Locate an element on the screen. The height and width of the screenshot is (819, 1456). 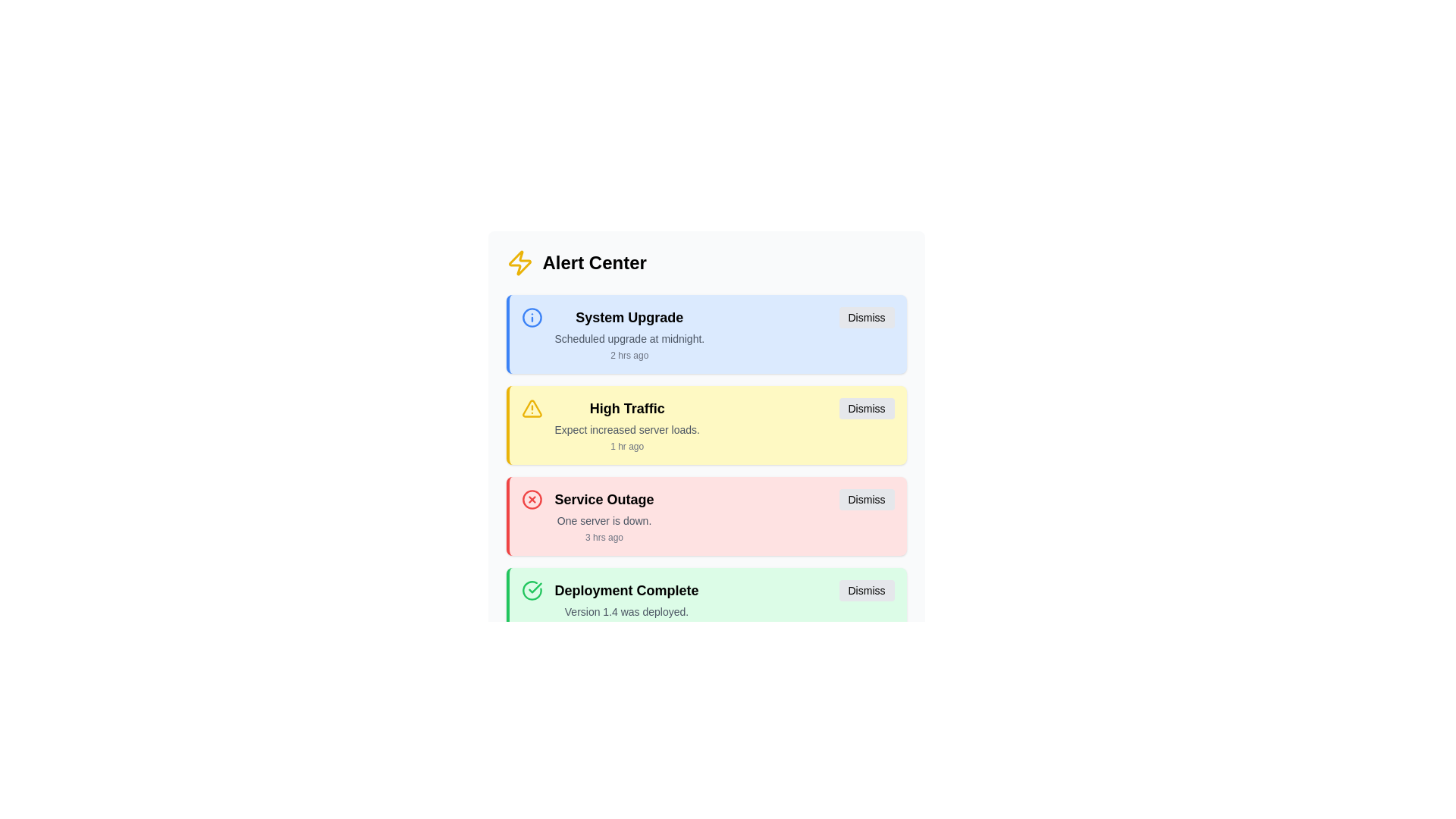
the warning message text in the second notification card of the 'Alert Center' to read it is located at coordinates (627, 425).